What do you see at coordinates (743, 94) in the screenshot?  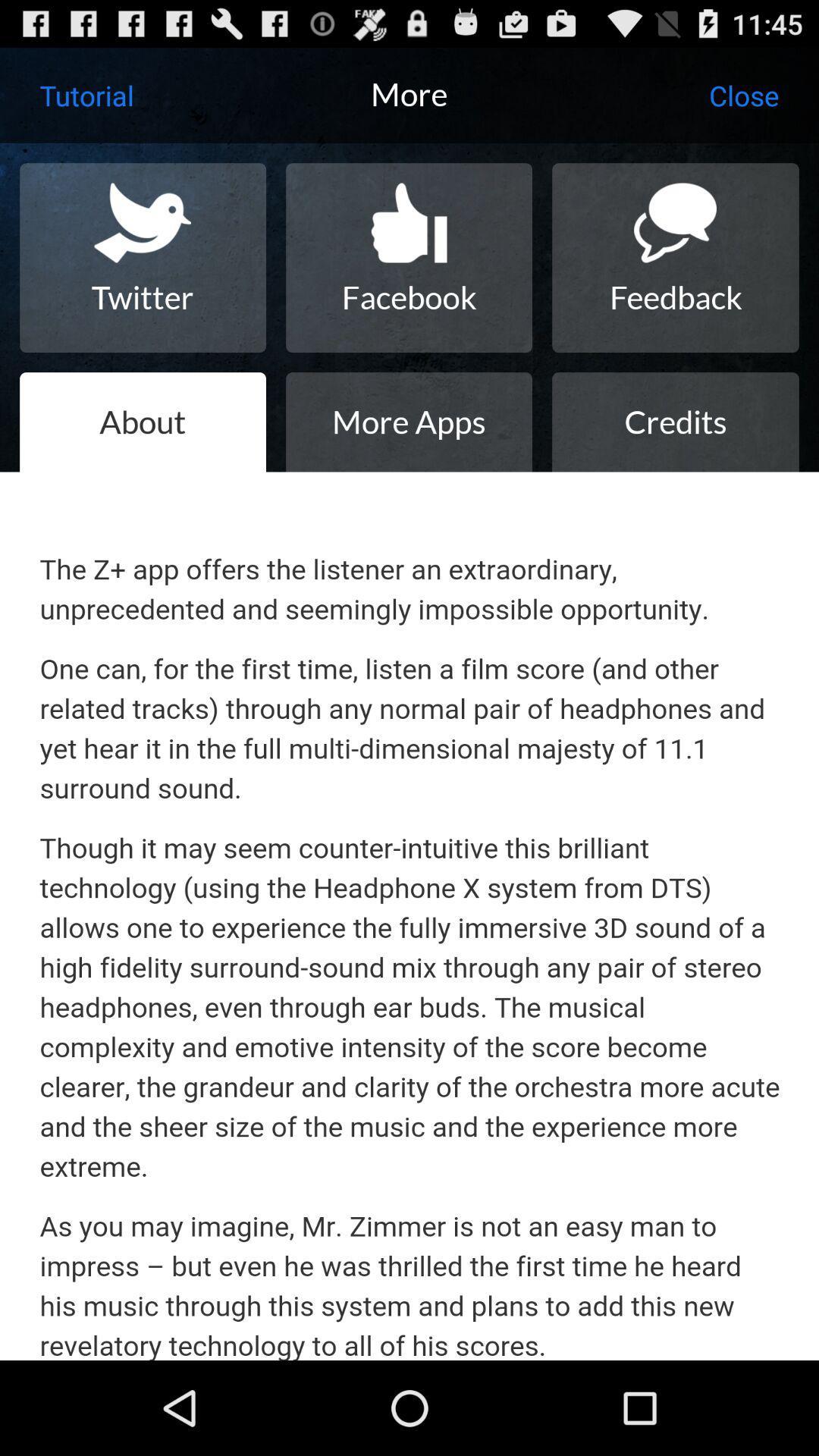 I see `the icon to the right of more icon` at bounding box center [743, 94].